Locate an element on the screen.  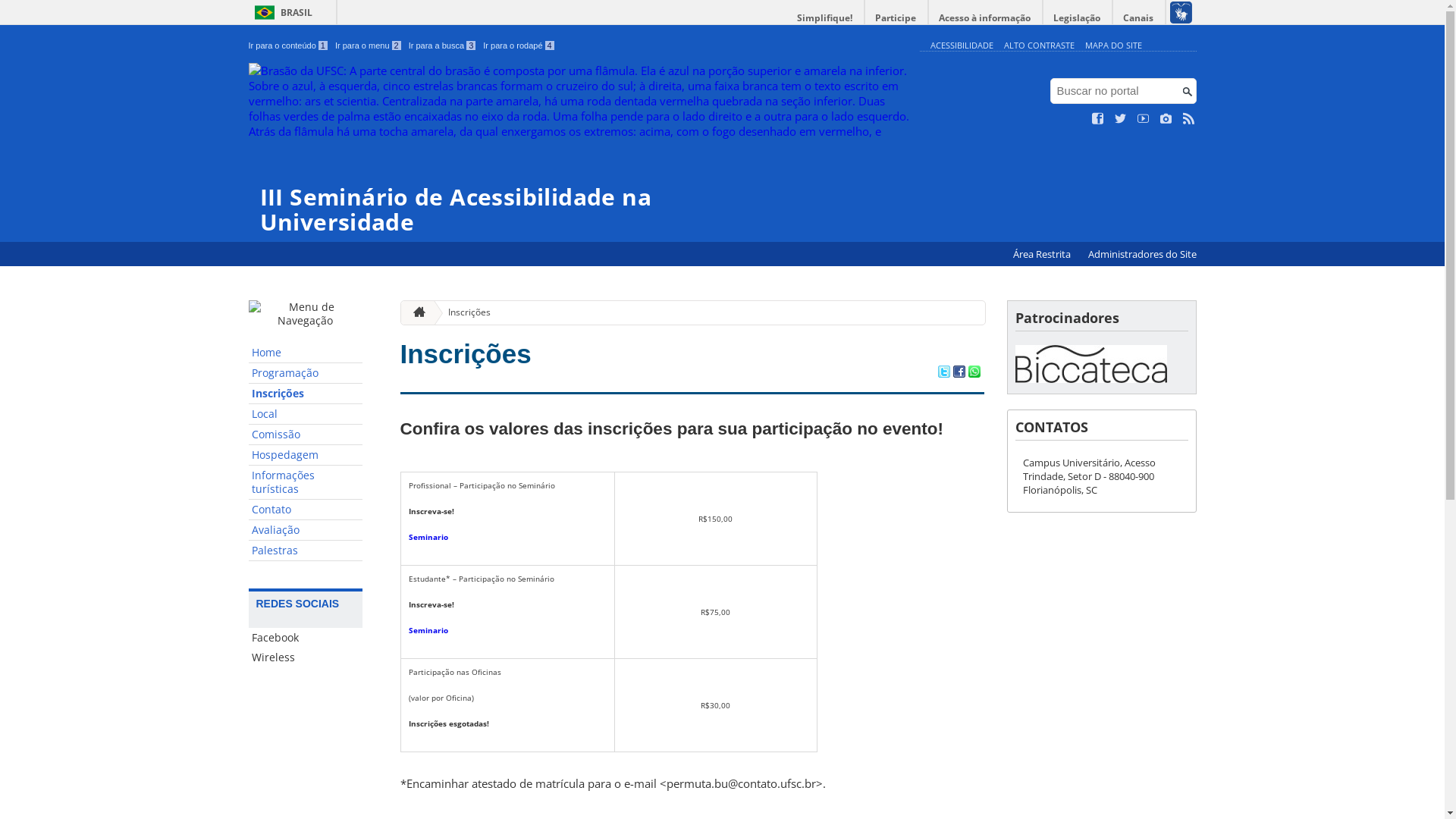
'Facebook' is located at coordinates (305, 637).